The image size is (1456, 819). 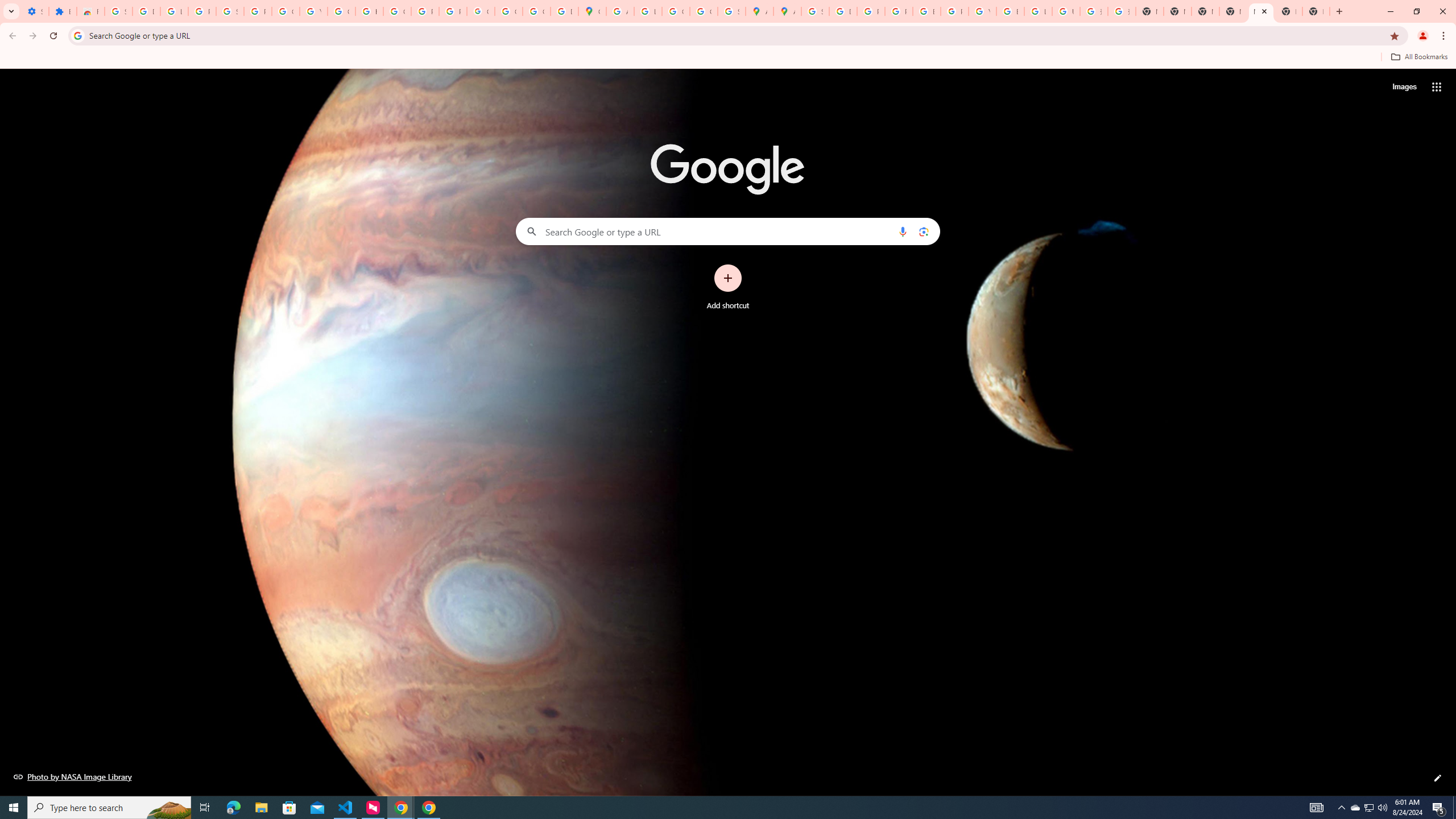 What do you see at coordinates (591, 11) in the screenshot?
I see `'Google Maps'` at bounding box center [591, 11].